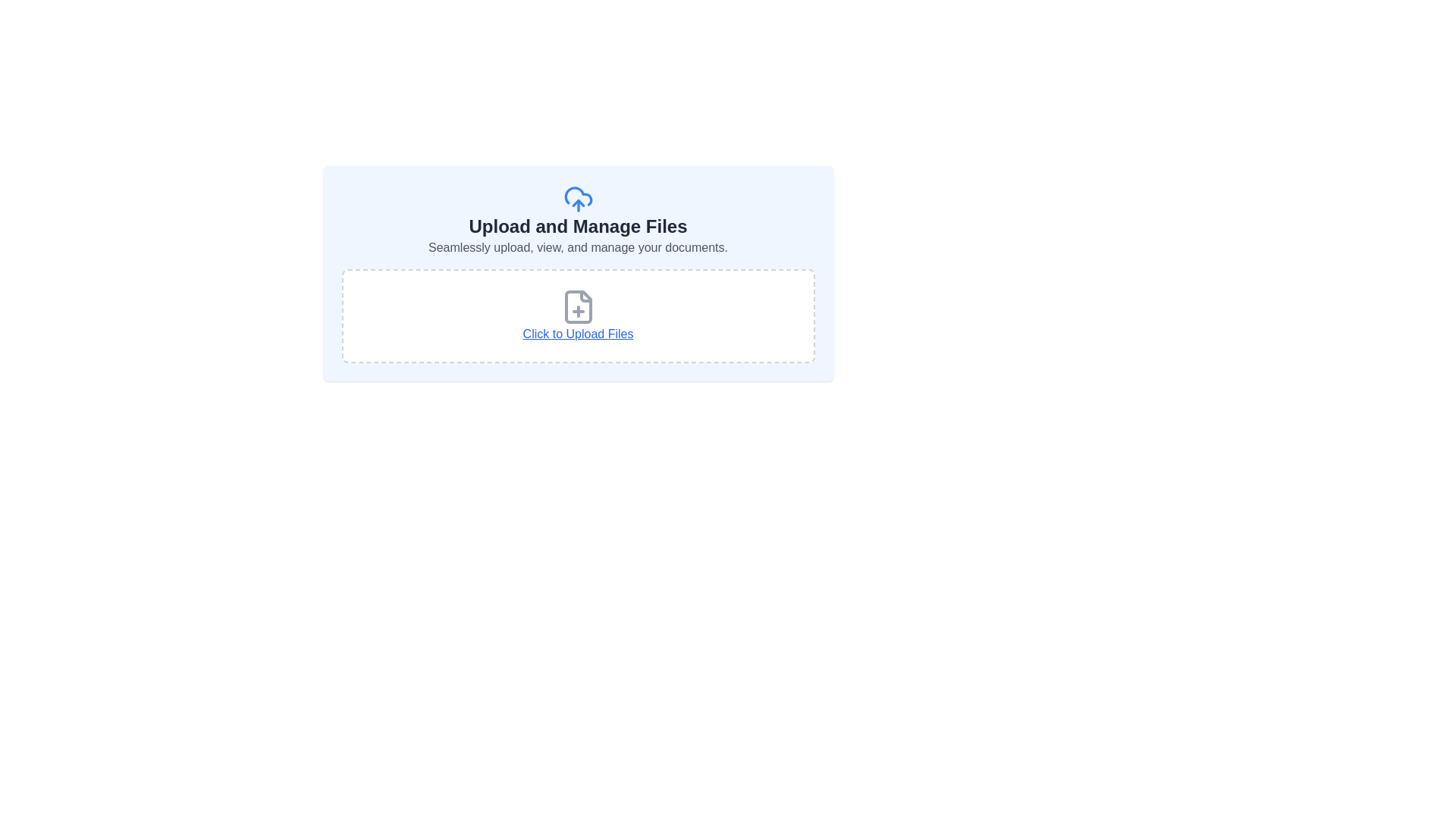 The image size is (1456, 819). Describe the element at coordinates (577, 247) in the screenshot. I see `the descriptive Text element located below the 'Upload and Manage Files' heading, which provides information about the upload and management system` at that location.